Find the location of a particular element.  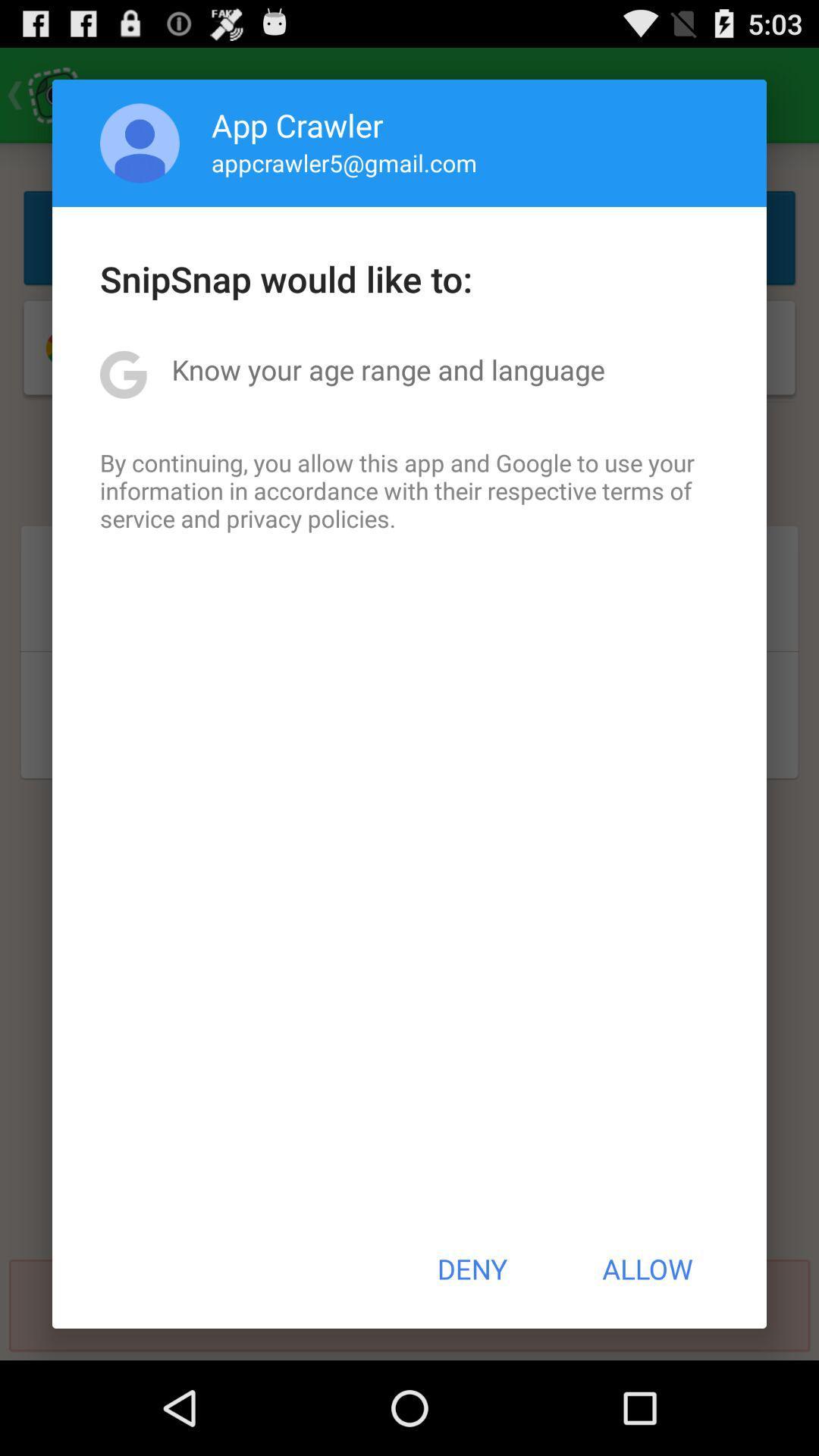

button next to the allow button is located at coordinates (471, 1269).